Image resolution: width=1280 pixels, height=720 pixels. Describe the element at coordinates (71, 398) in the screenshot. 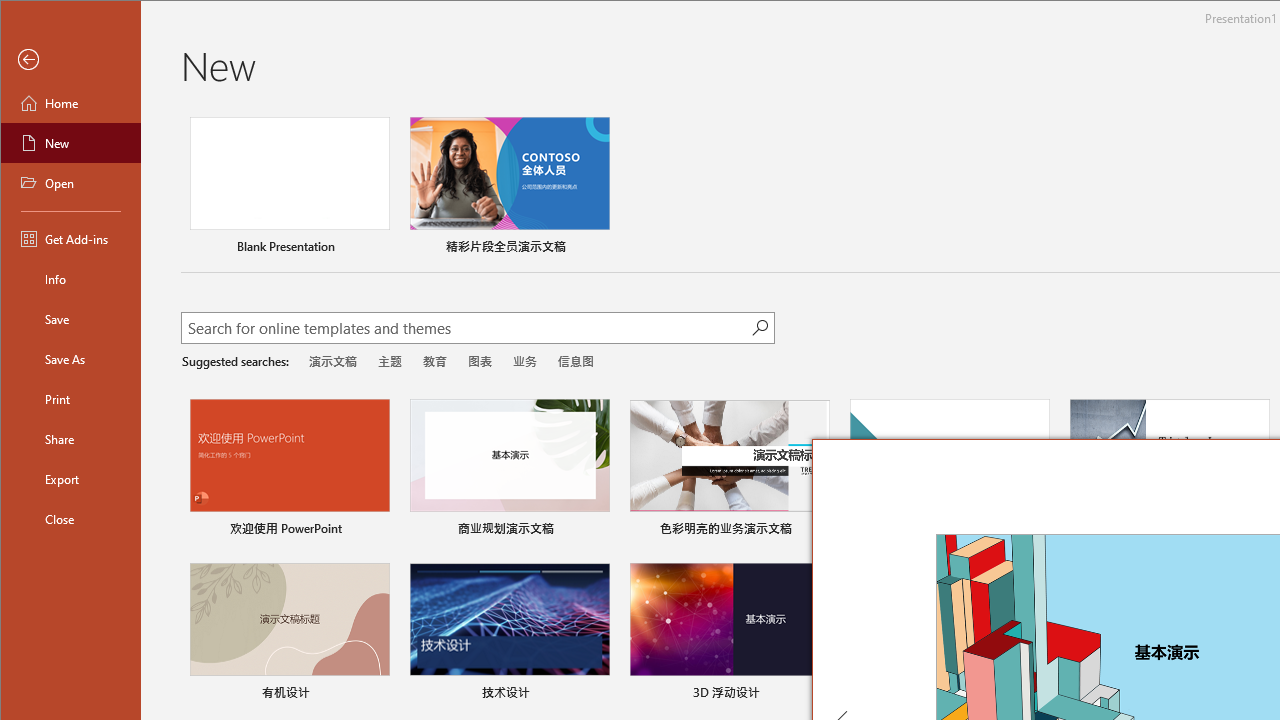

I see `'Print'` at that location.